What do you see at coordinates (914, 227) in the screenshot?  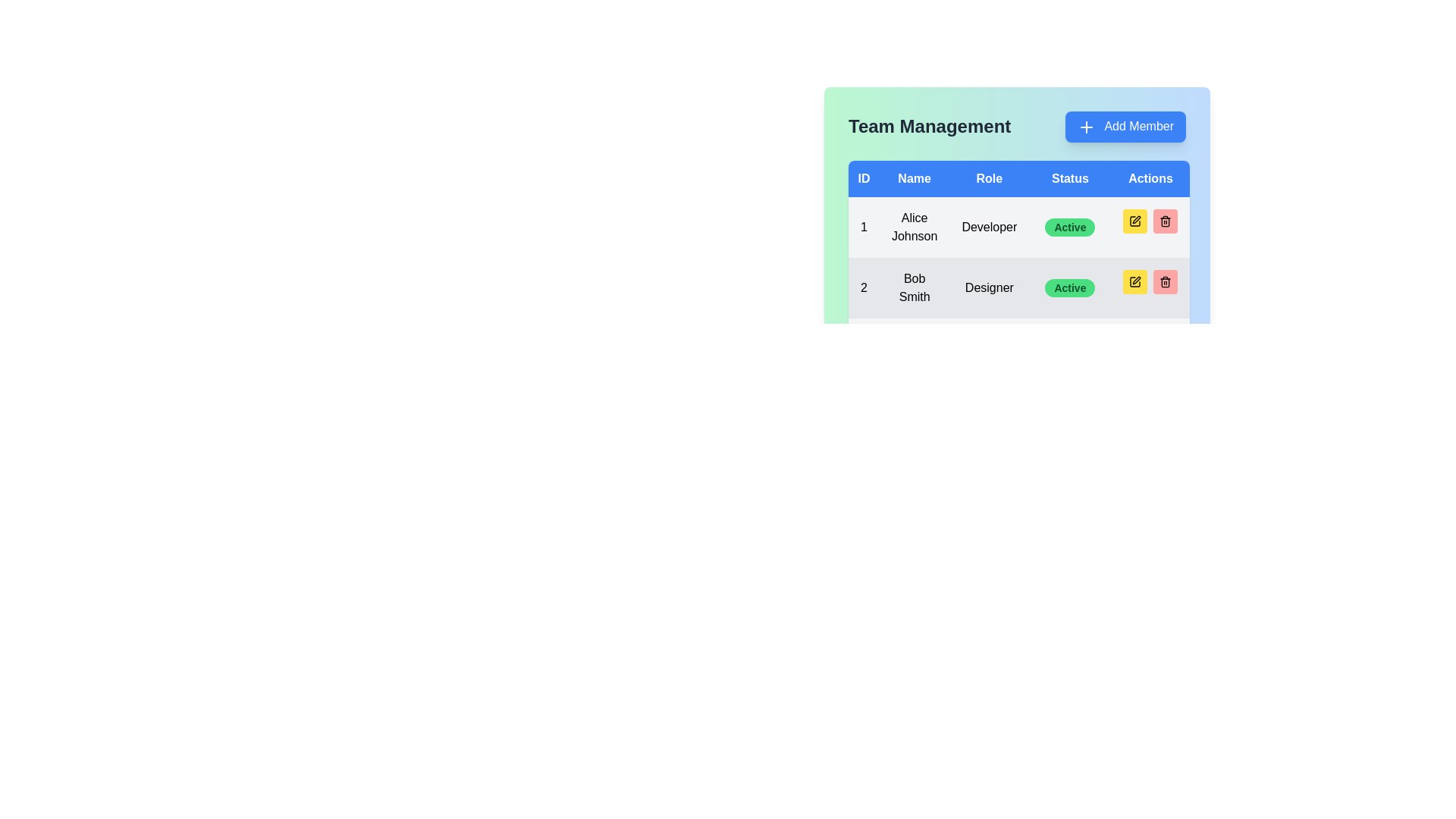 I see `the static text element displaying 'Alice Johnson' in bold, located in the second column of the first row of the 'Team Management' data table` at bounding box center [914, 227].